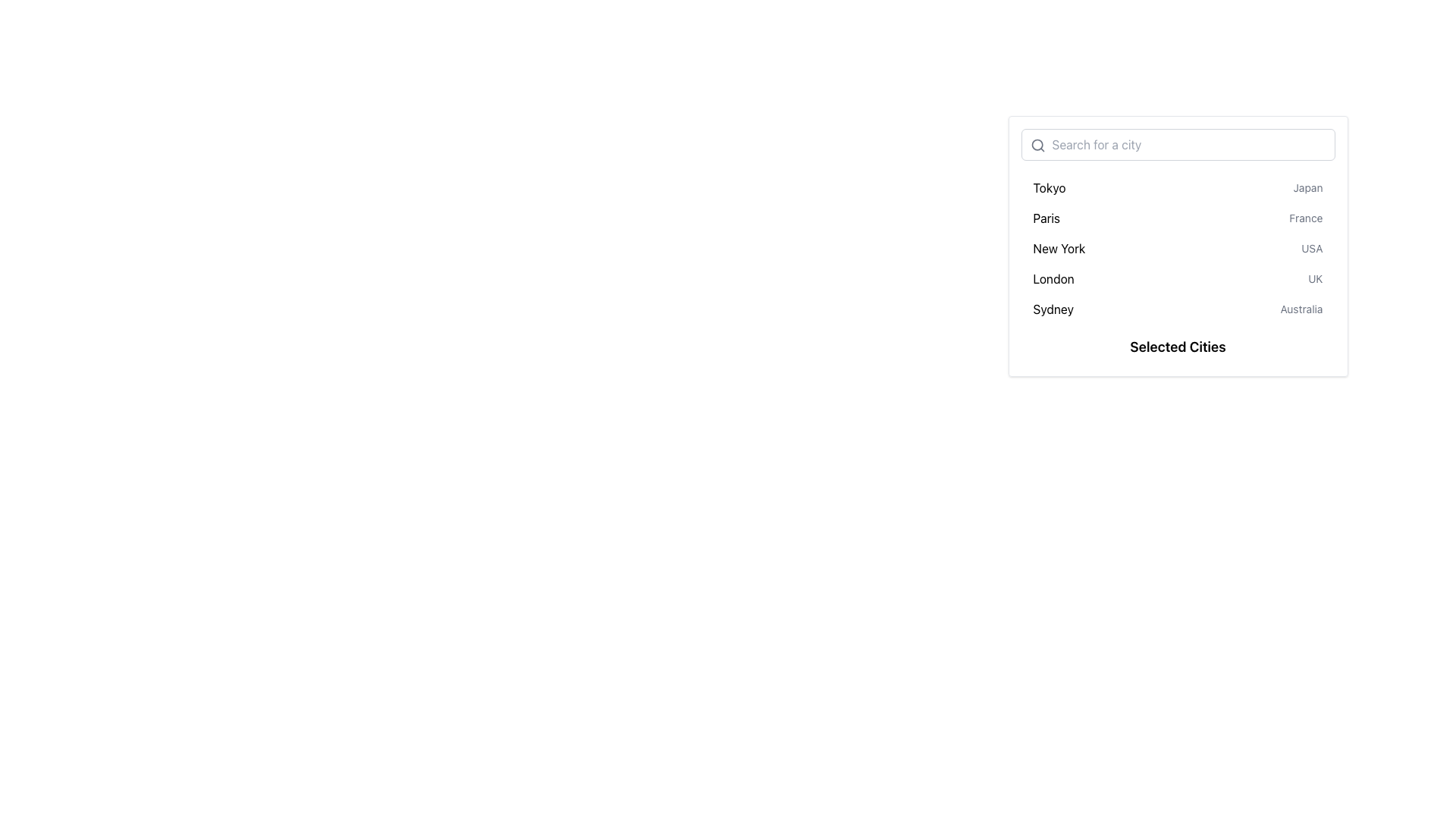  I want to click on the third list item in the locations list, so click(1177, 247).